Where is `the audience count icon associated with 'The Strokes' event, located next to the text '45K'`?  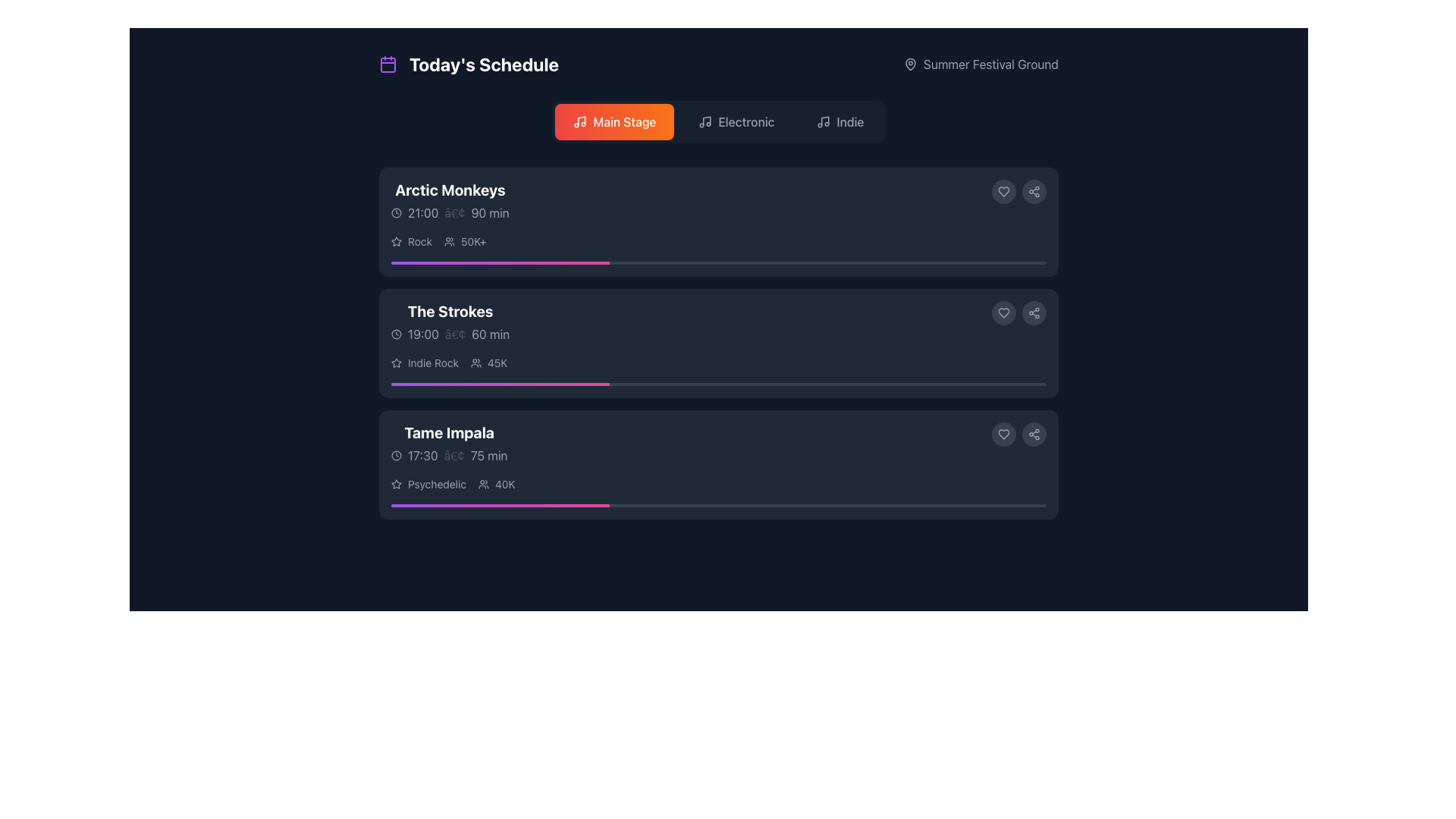
the audience count icon associated with 'The Strokes' event, located next to the text '45K' is located at coordinates (475, 362).